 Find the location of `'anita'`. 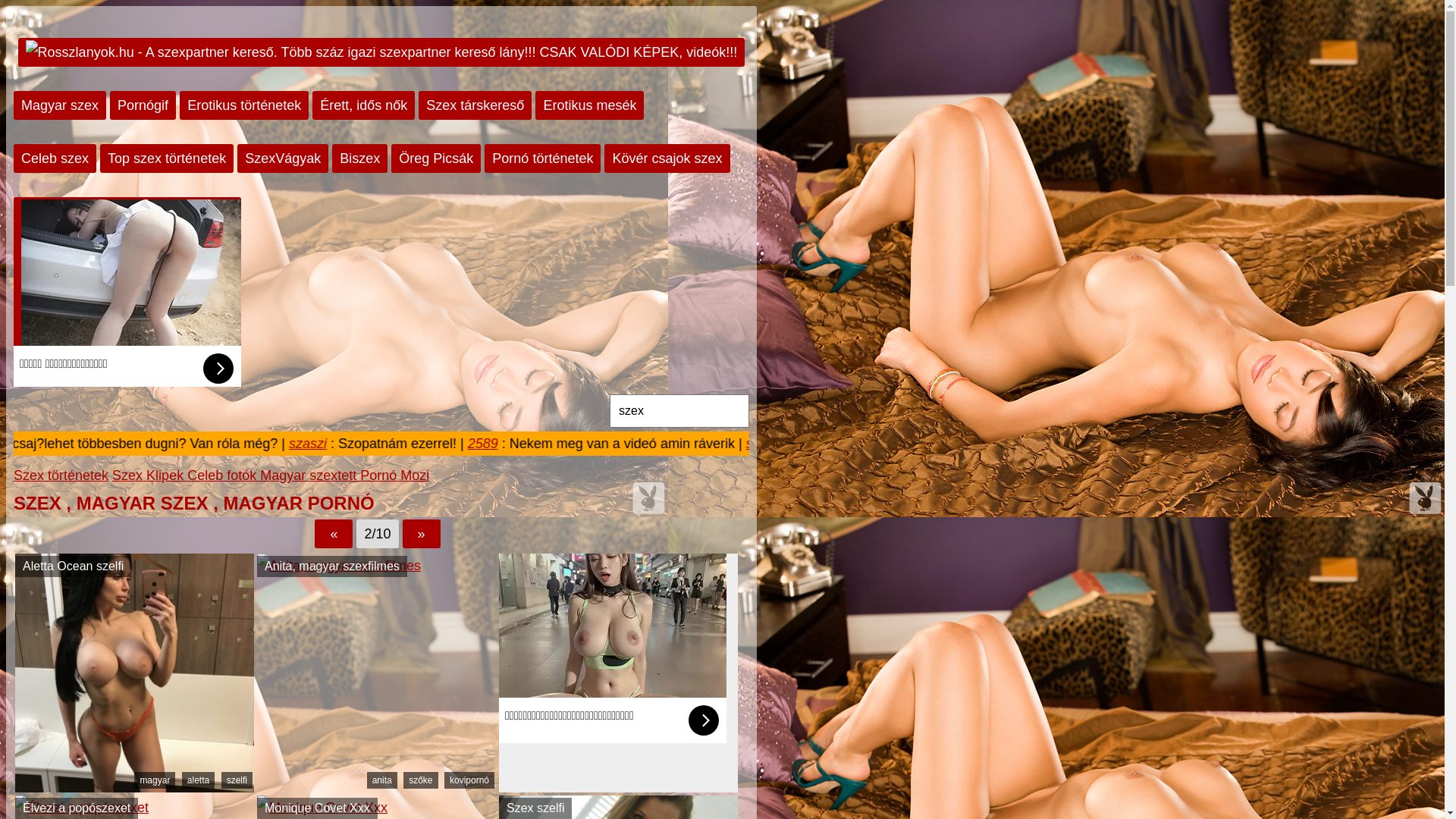

'anita' is located at coordinates (382, 780).